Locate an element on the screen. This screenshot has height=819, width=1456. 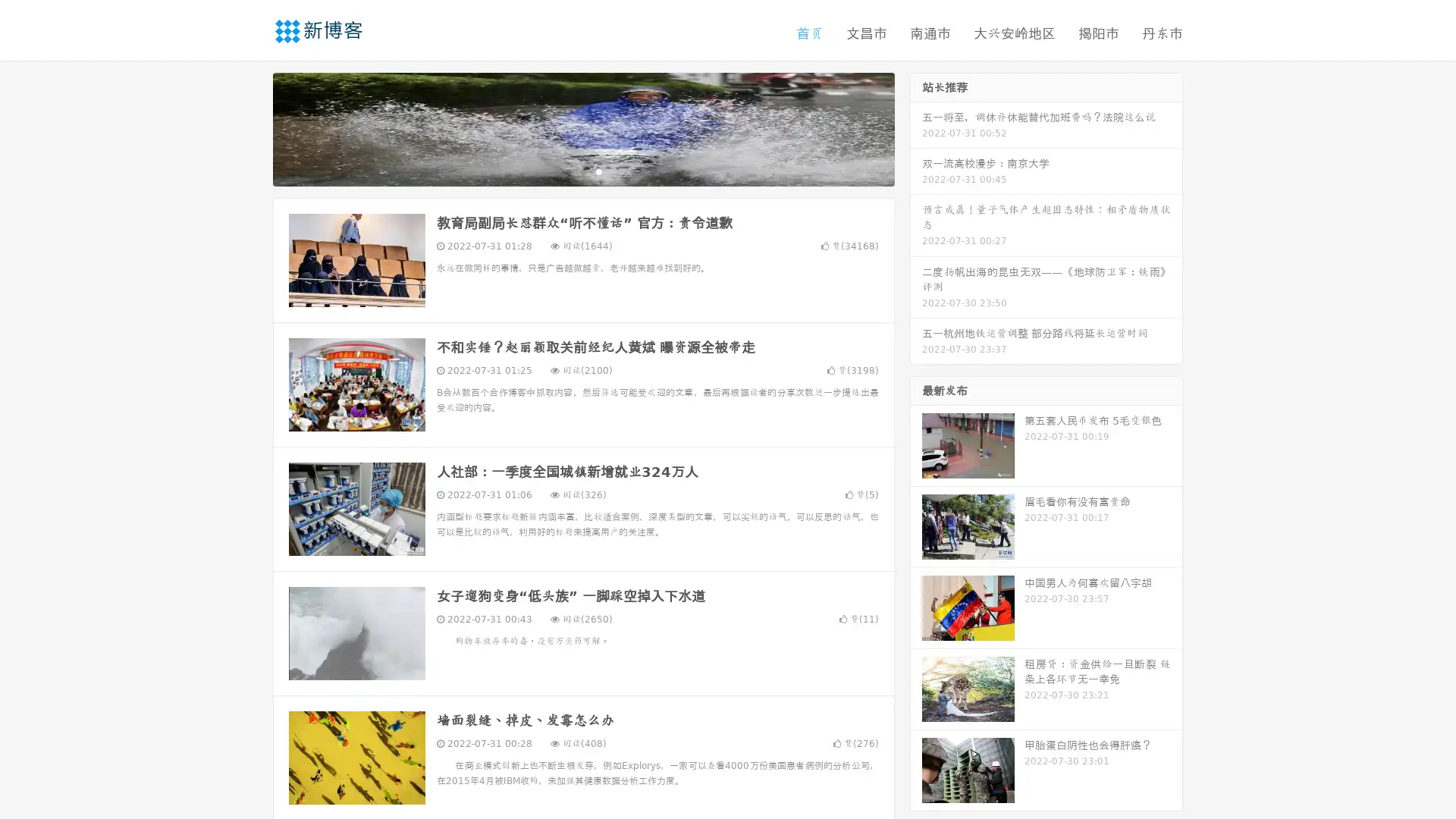
Go to slide 3 is located at coordinates (598, 171).